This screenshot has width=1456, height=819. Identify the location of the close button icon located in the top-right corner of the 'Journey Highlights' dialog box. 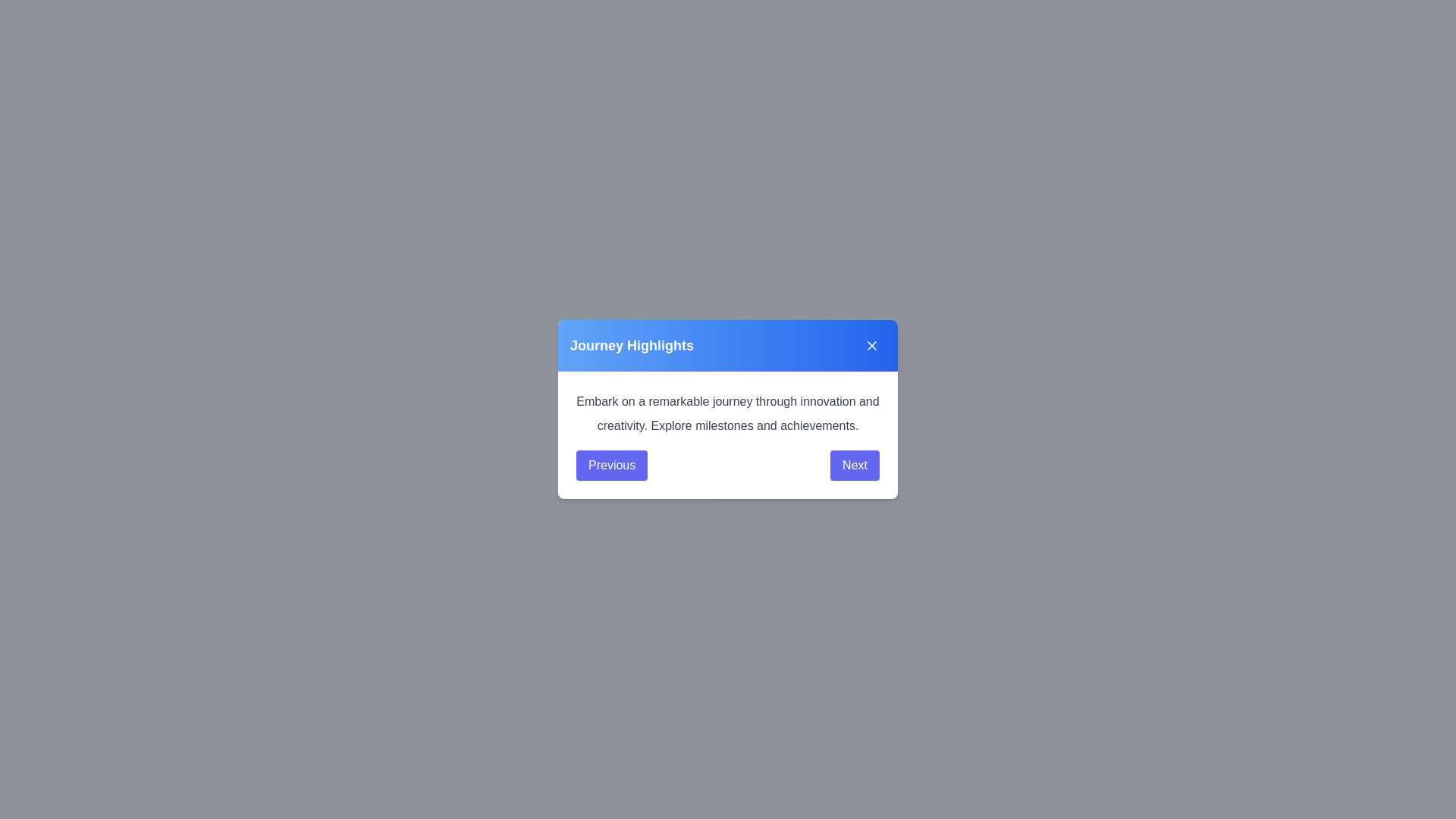
(872, 345).